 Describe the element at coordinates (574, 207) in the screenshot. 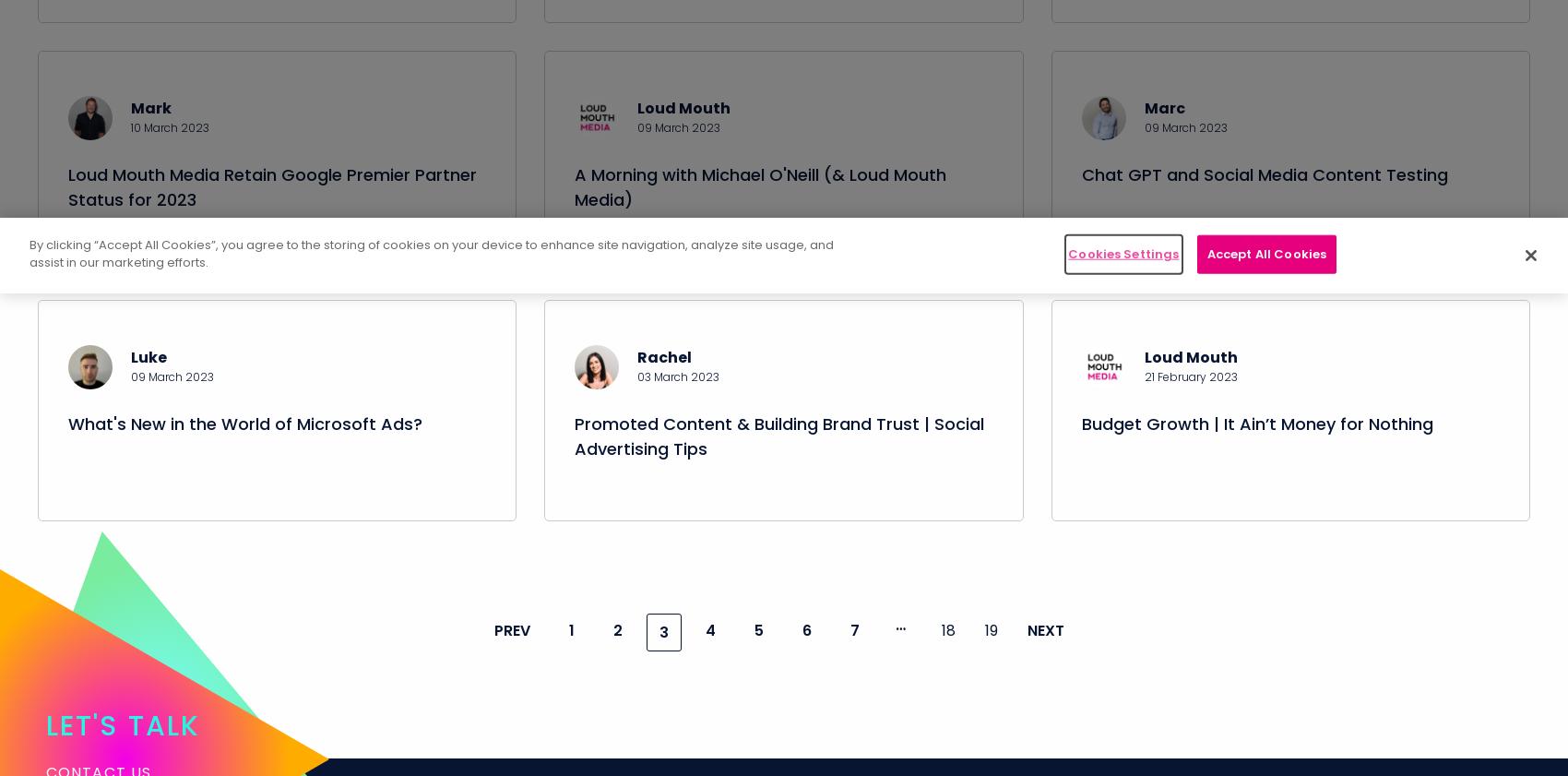

I see `'A Morning with Michael O'Neill (& Loud Mouth Media)'` at that location.